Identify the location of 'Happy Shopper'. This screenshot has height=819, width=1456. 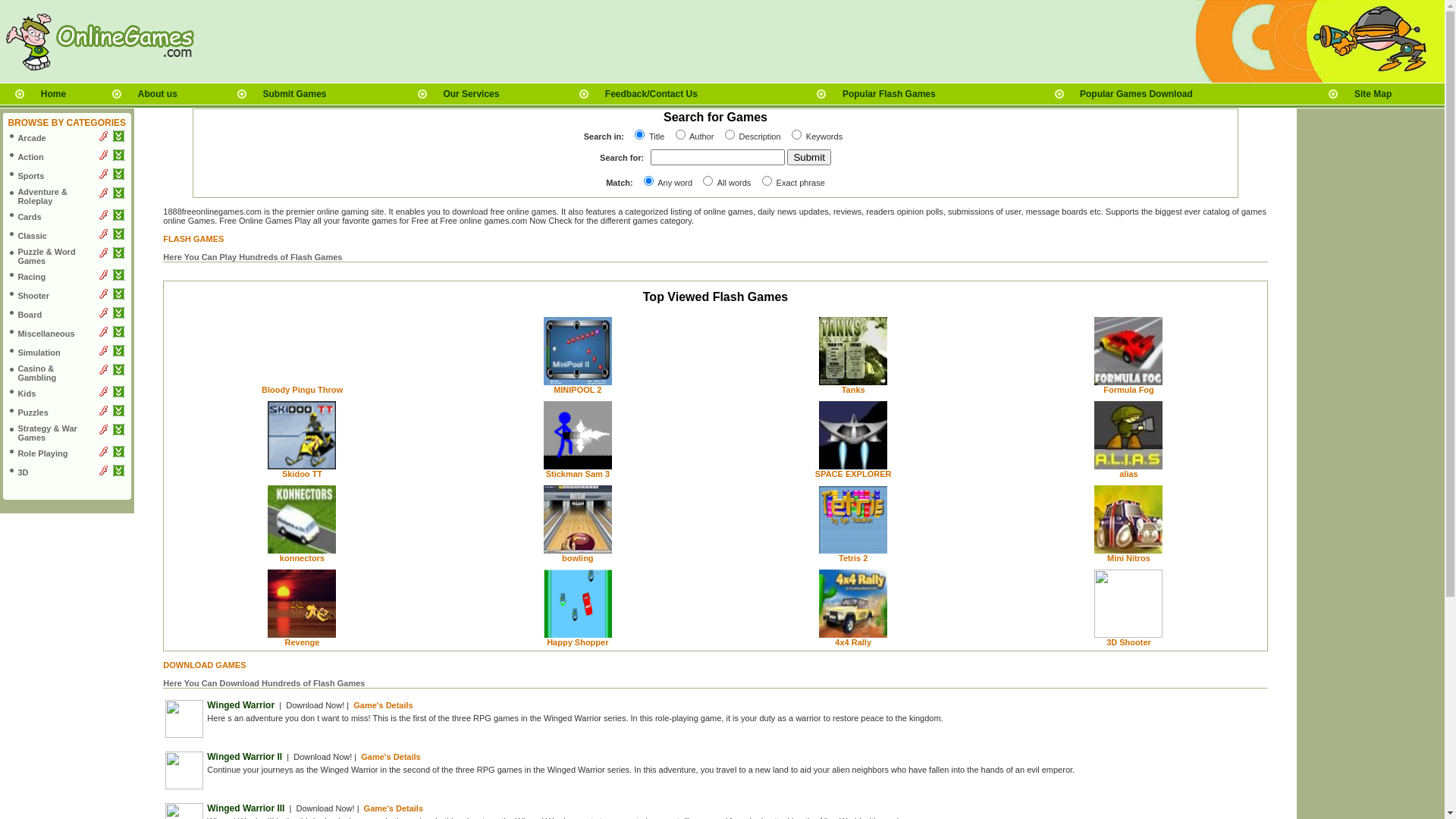
(546, 642).